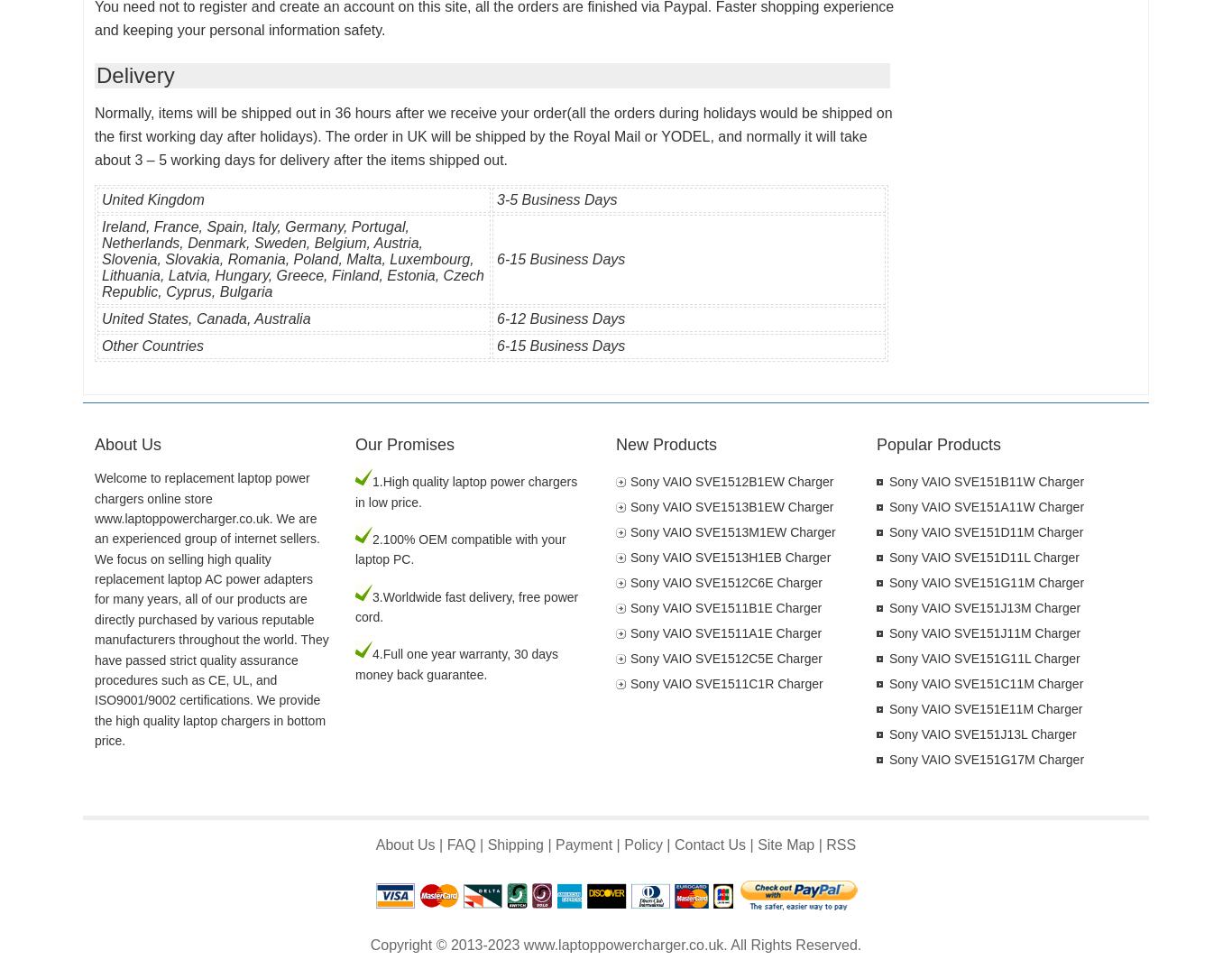 This screenshot has width=1232, height=969. I want to click on 'Sony VAIO SVE151E11M Charger', so click(984, 707).